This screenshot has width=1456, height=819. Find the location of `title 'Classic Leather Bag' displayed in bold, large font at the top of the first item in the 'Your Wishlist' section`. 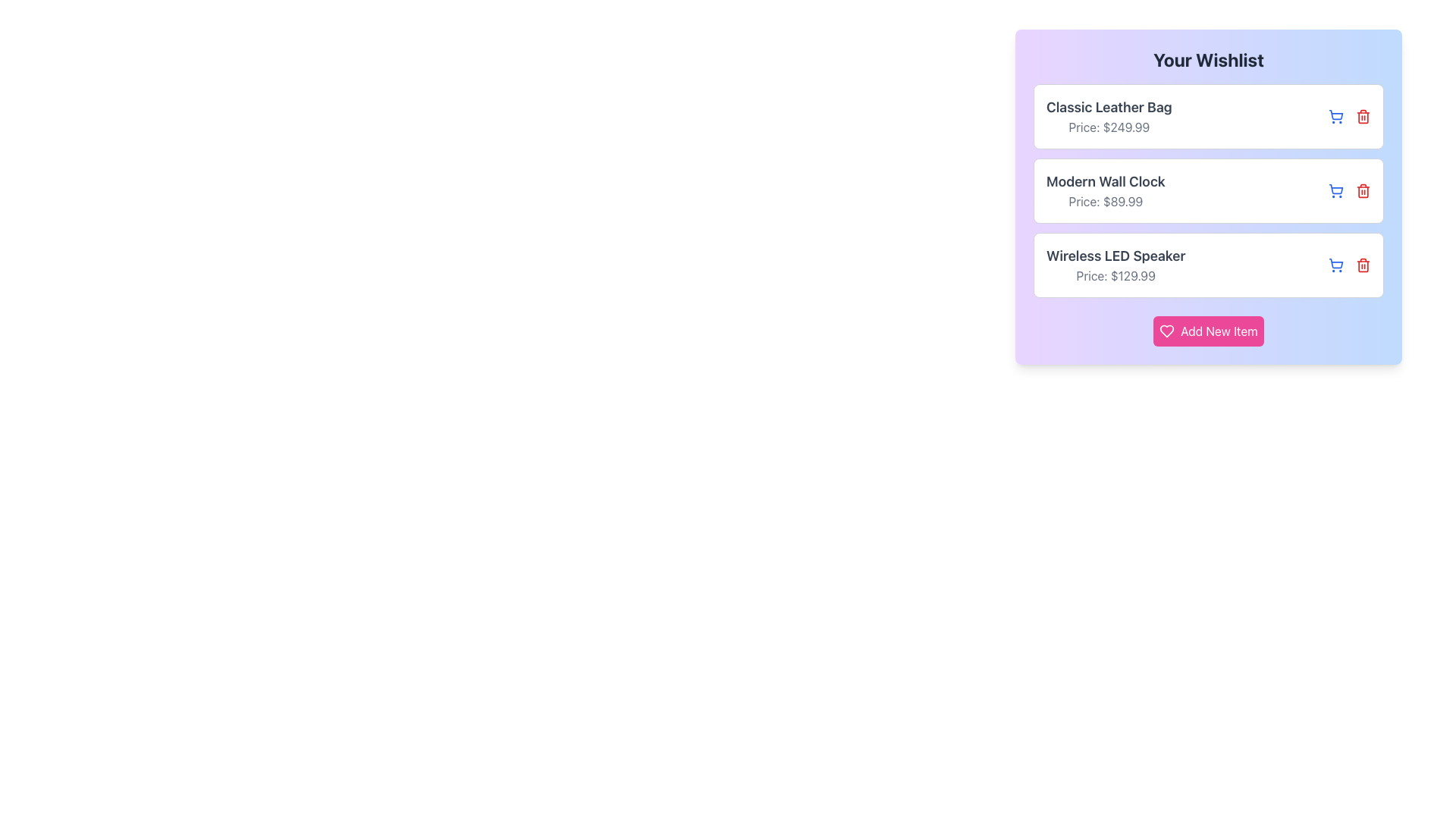

title 'Classic Leather Bag' displayed in bold, large font at the top of the first item in the 'Your Wishlist' section is located at coordinates (1109, 107).